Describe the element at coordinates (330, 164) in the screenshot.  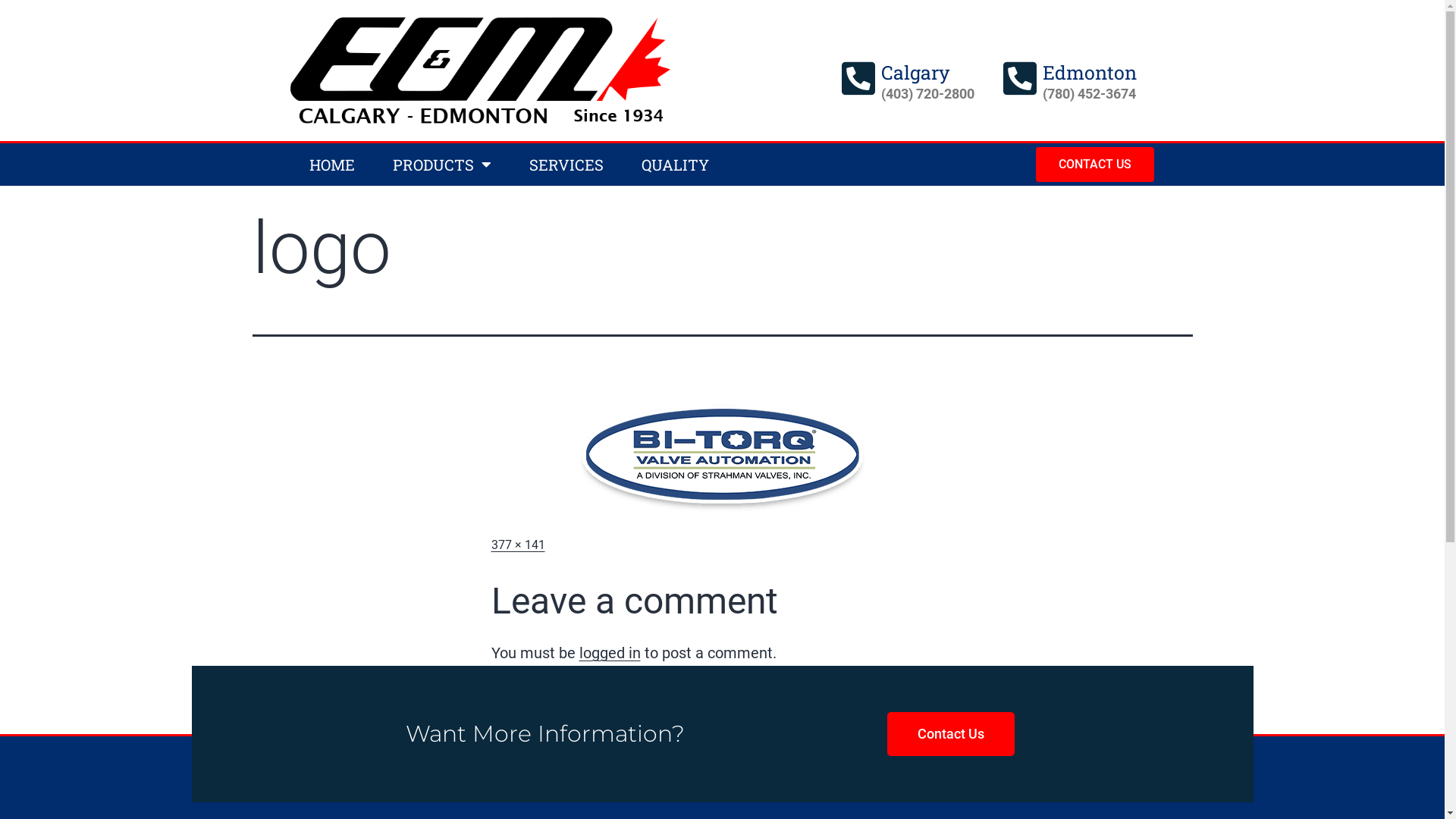
I see `'HOME'` at that location.